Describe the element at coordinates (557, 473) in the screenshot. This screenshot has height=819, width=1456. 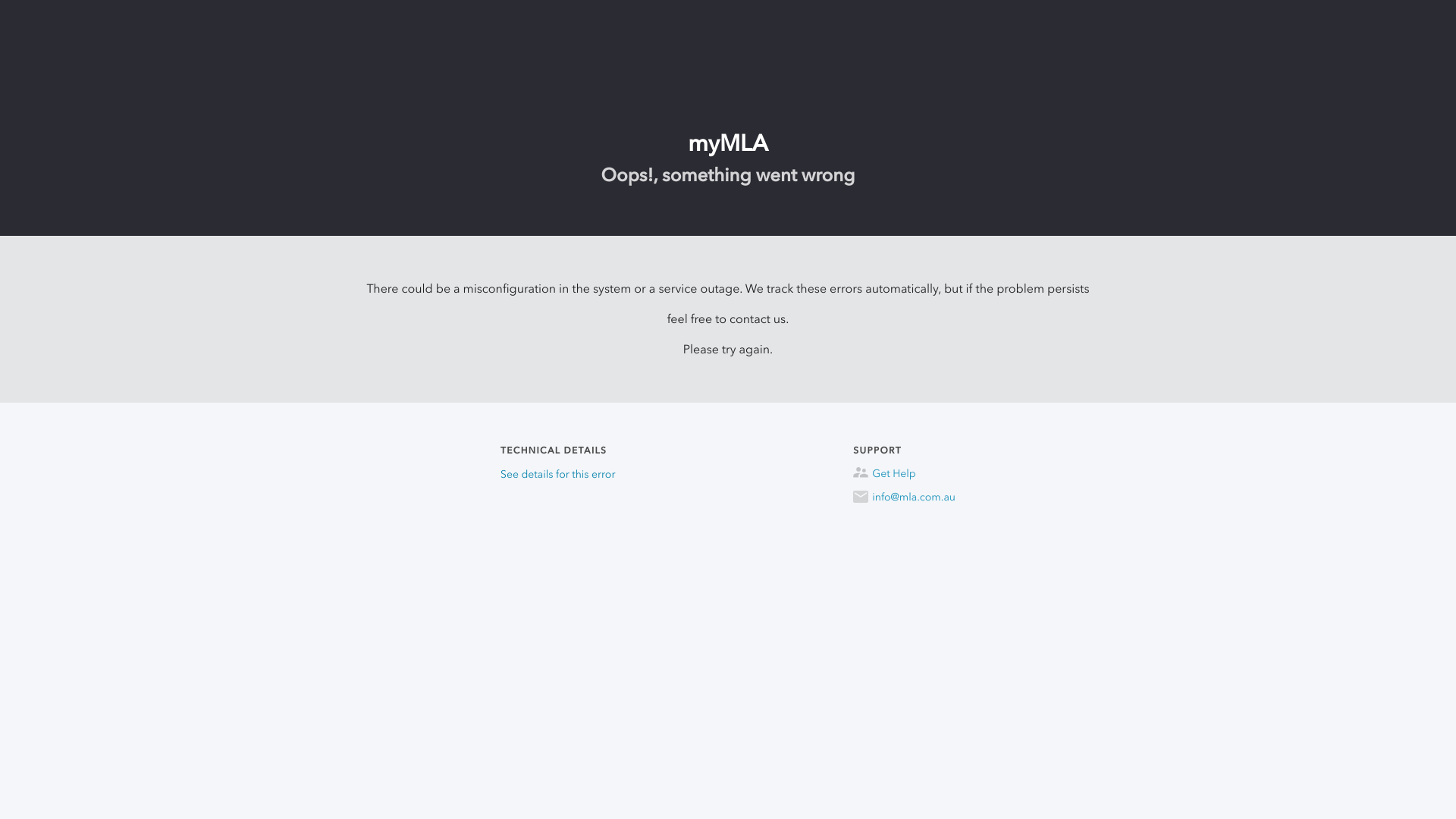
I see `'See details for this error'` at that location.